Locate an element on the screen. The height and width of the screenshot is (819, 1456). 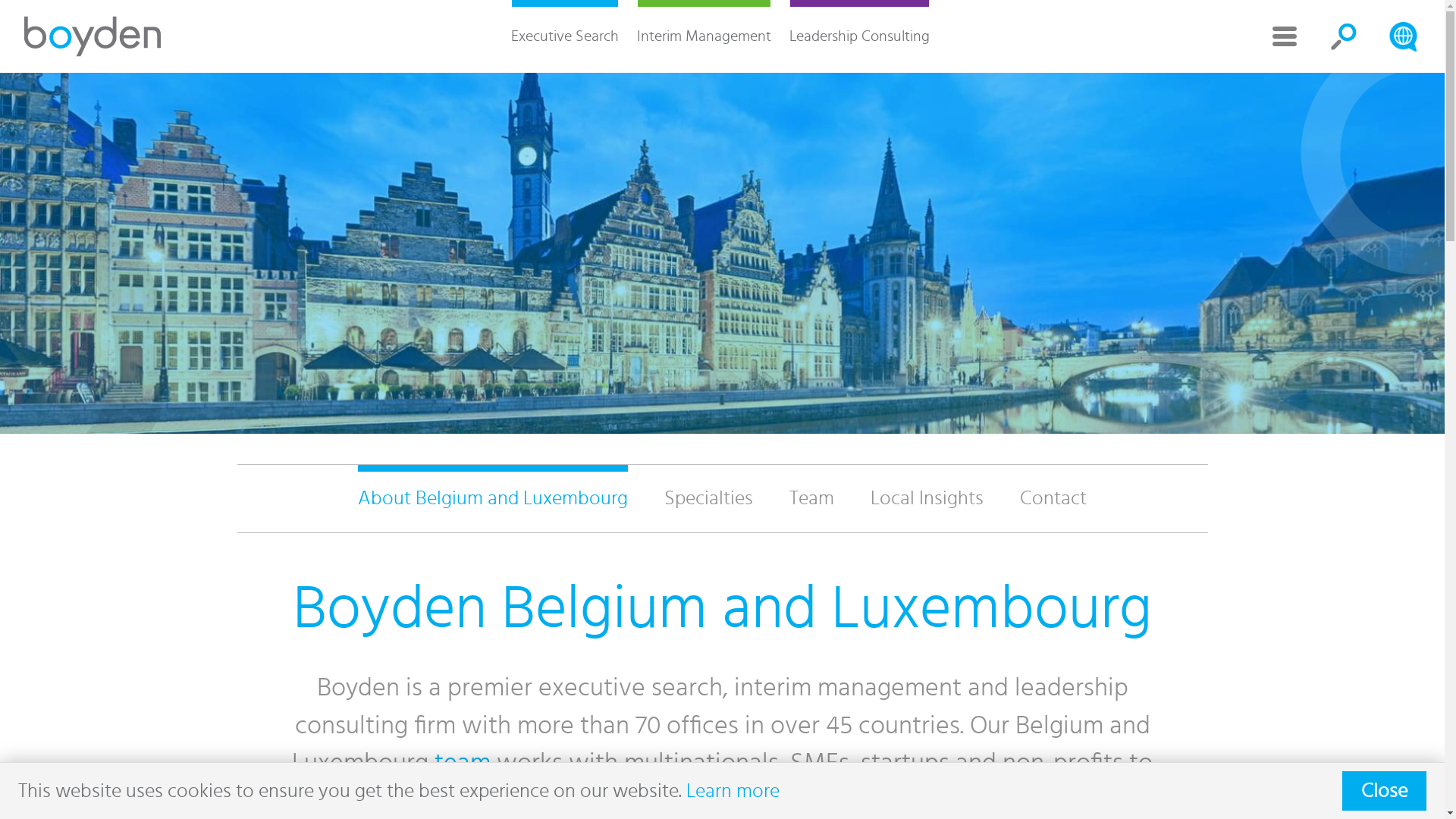
'More' is located at coordinates (1284, 35).